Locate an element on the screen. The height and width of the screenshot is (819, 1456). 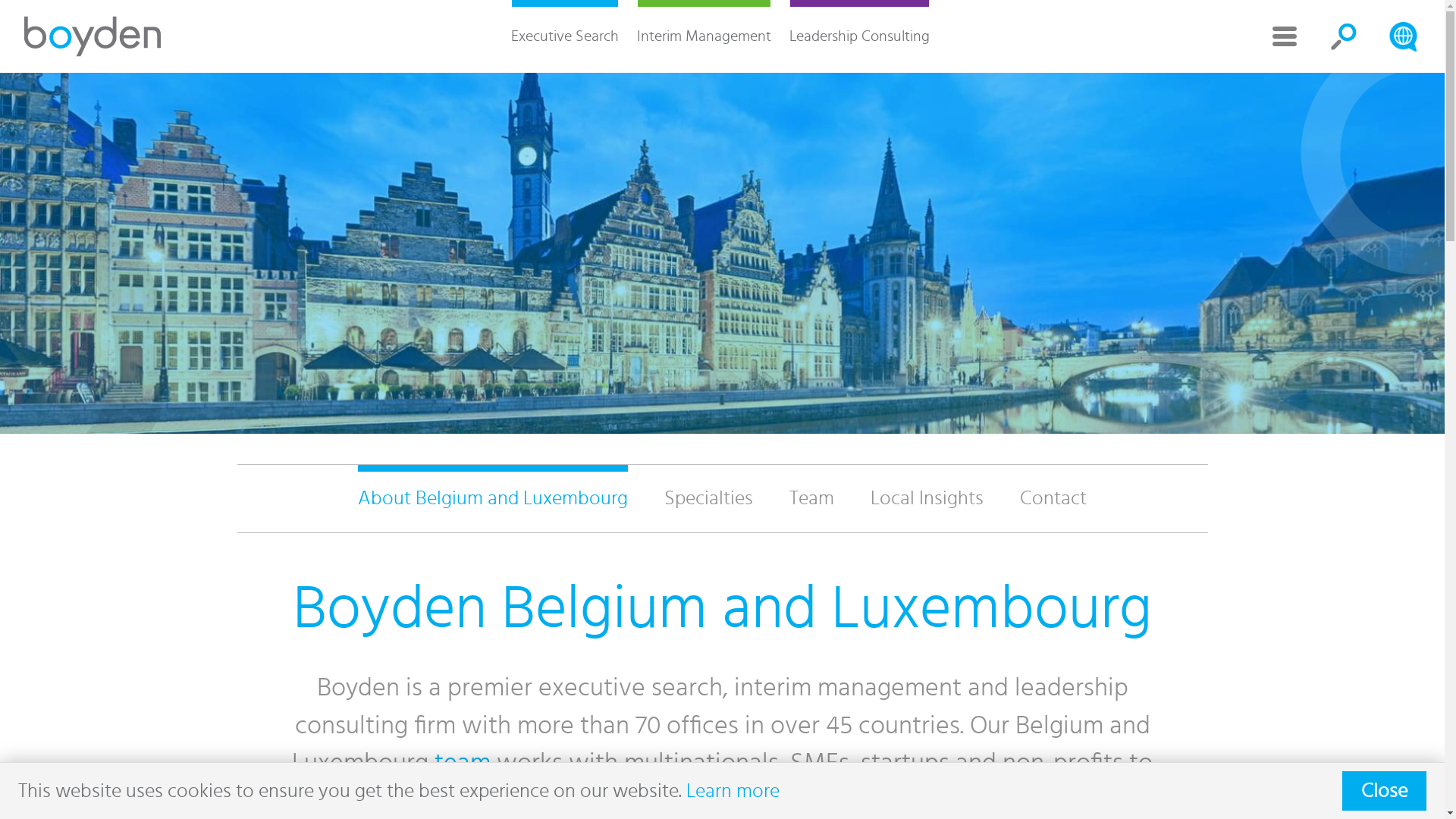
'More' is located at coordinates (1284, 35).